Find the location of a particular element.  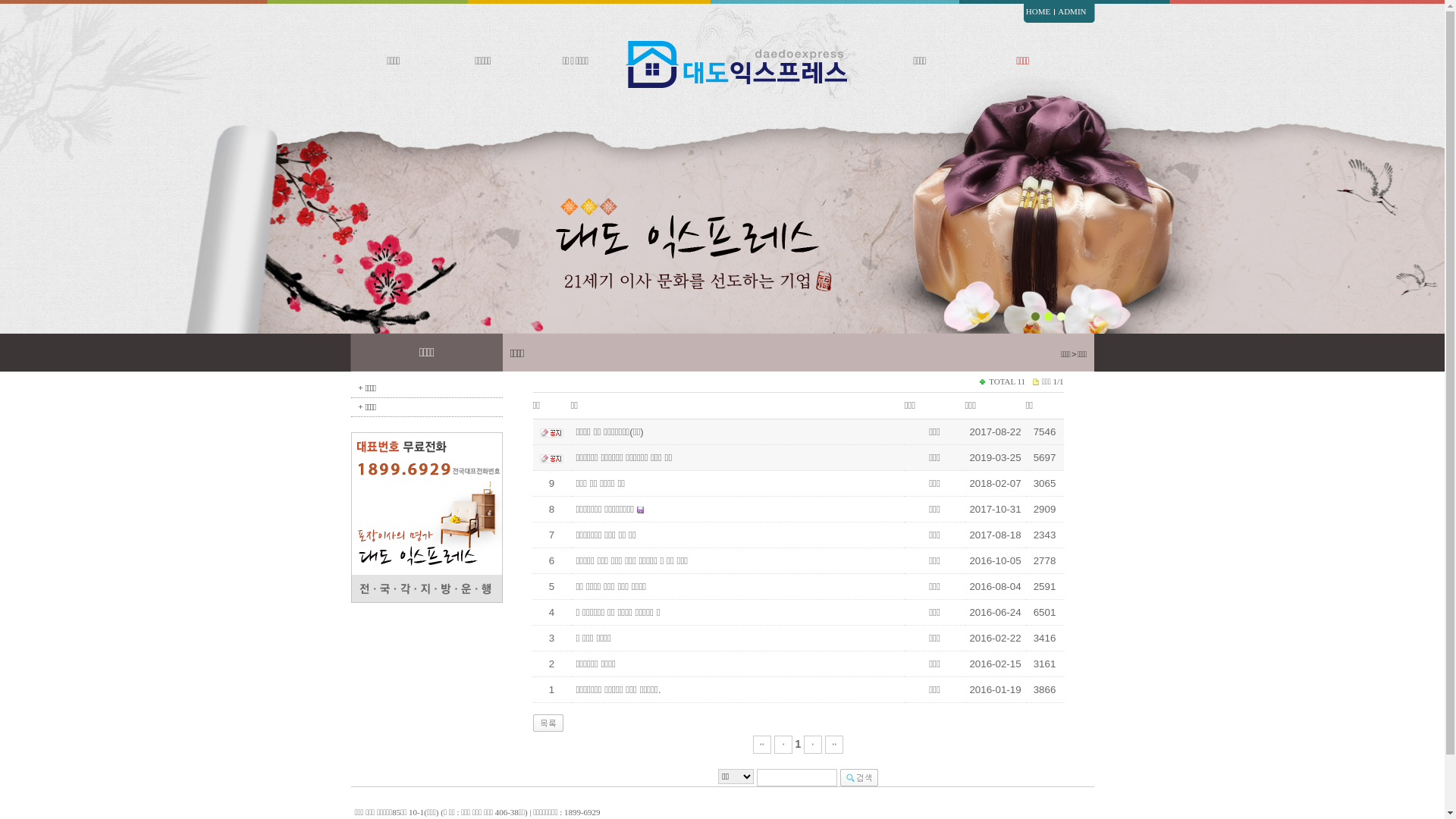

'ADMIN' is located at coordinates (1071, 11).